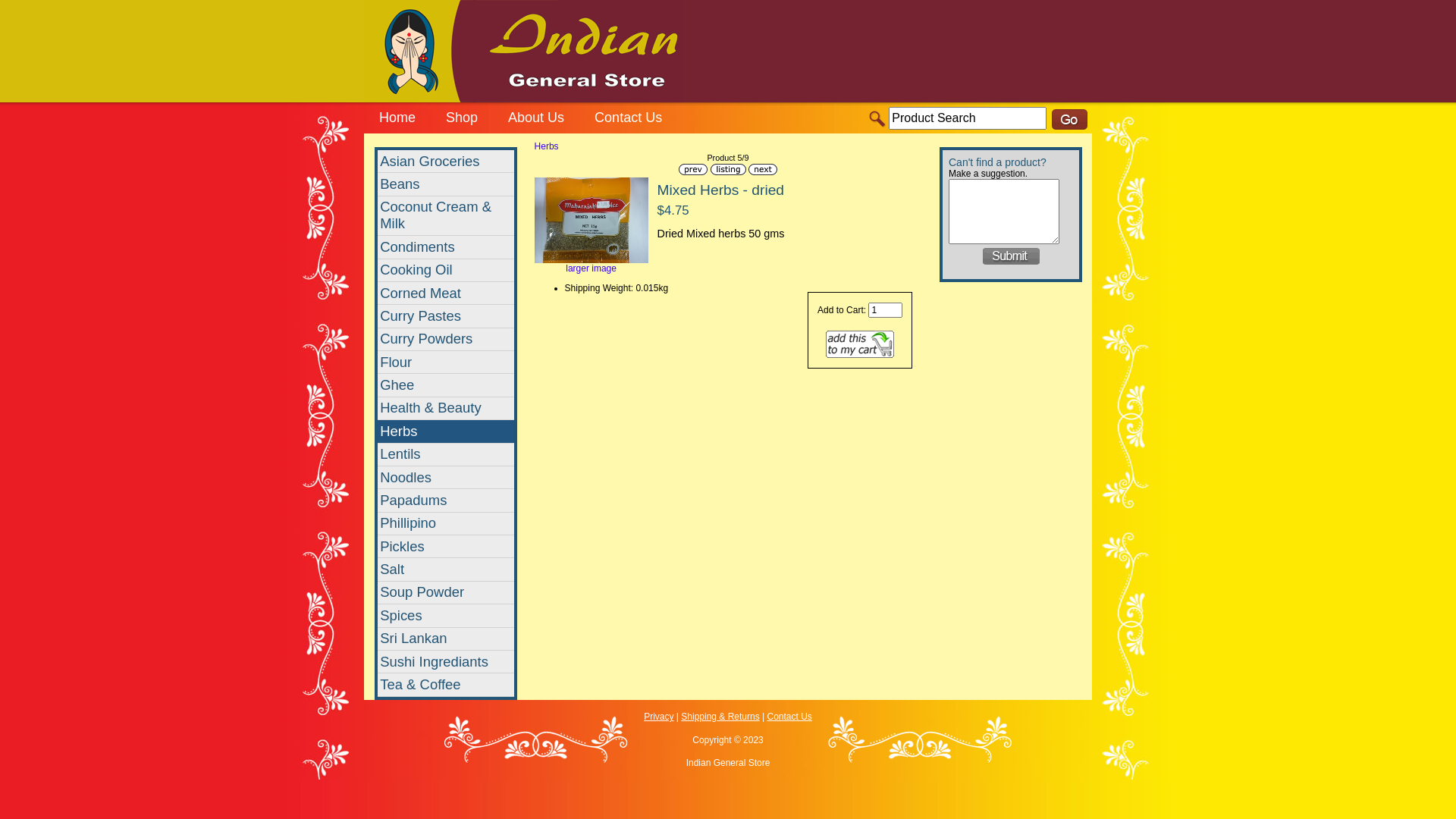  I want to click on 'Coconut Cream & Milk', so click(445, 216).